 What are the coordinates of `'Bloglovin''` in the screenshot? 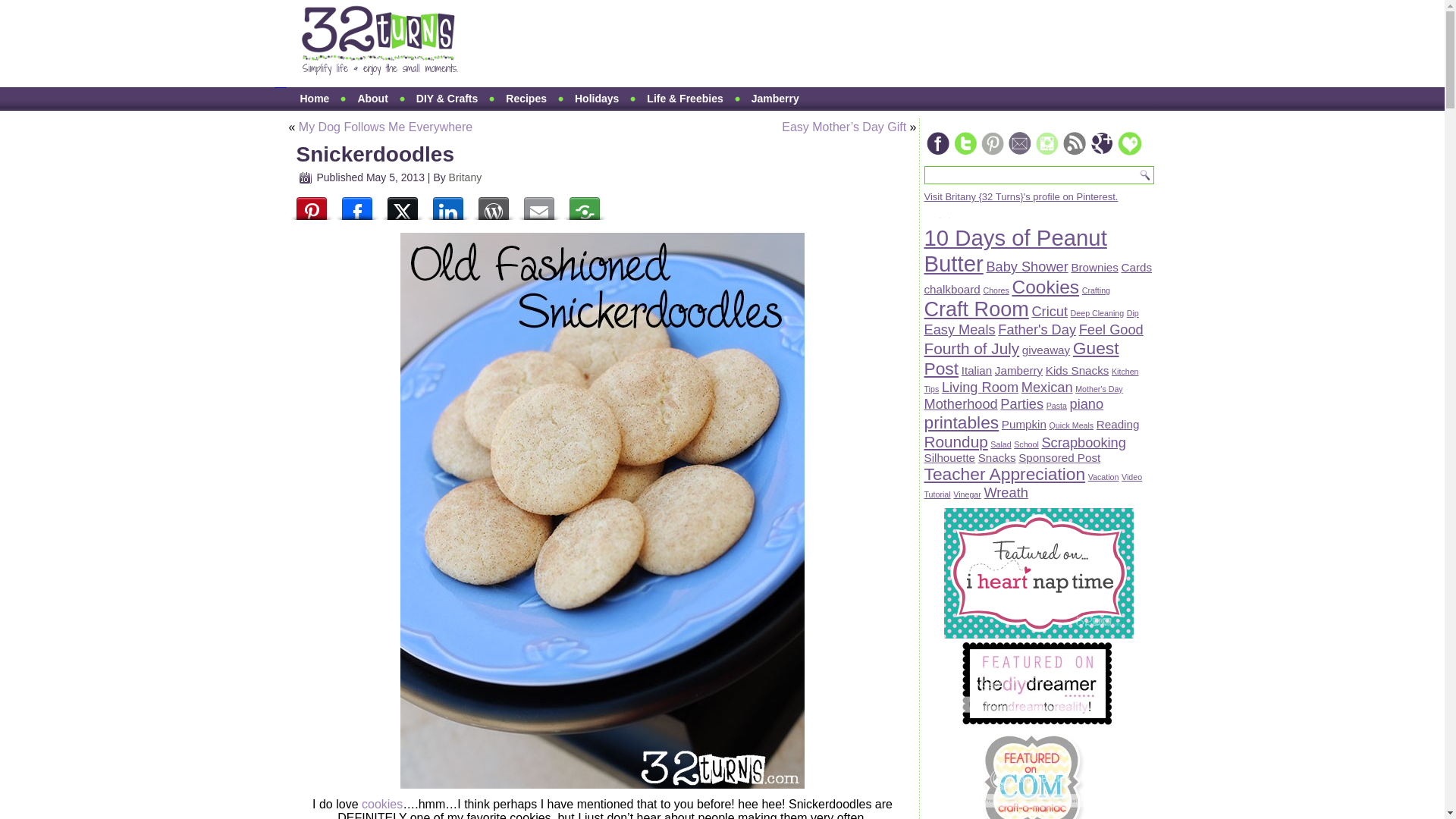 It's located at (1128, 143).